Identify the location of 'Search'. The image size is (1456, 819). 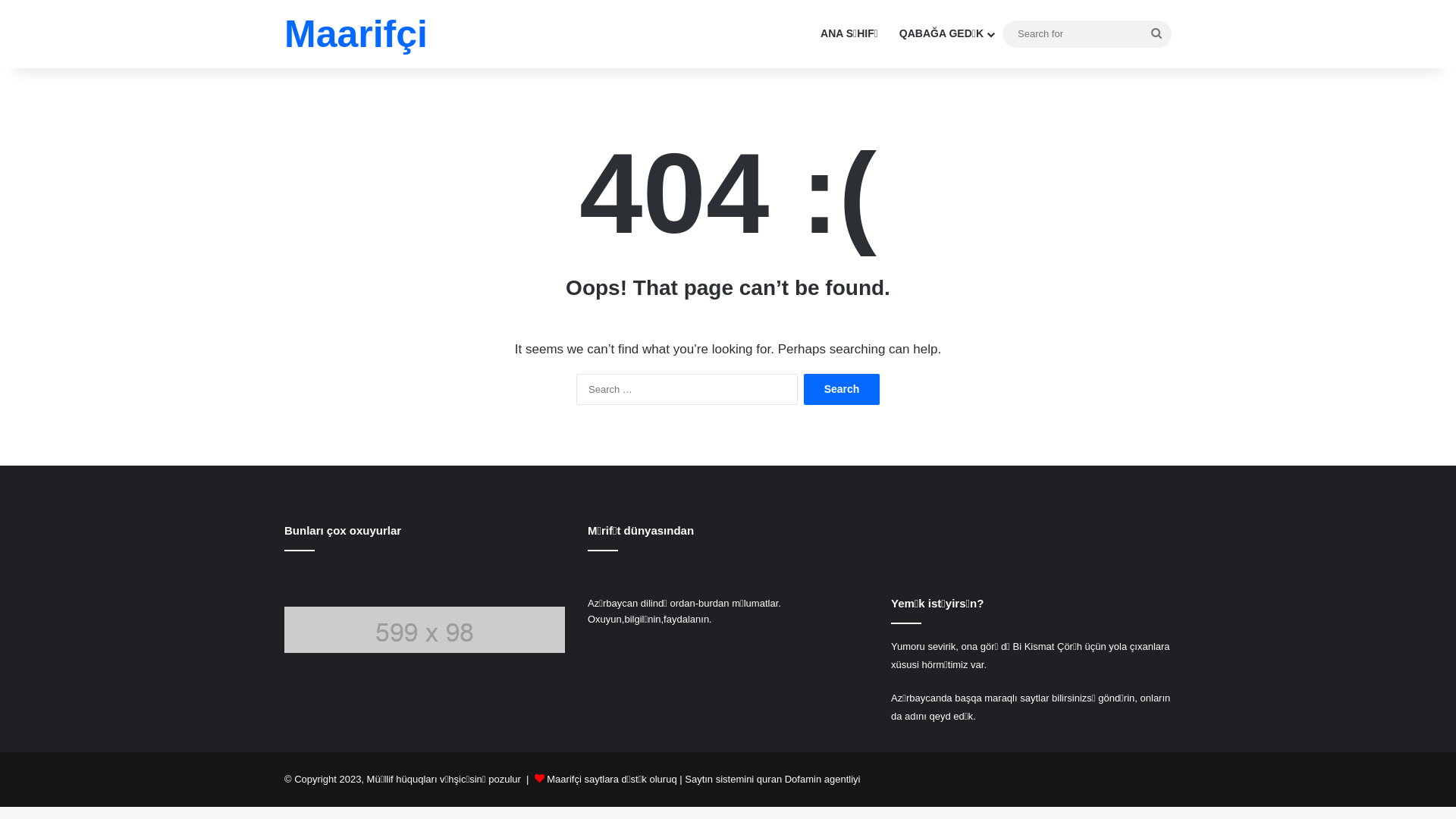
(803, 388).